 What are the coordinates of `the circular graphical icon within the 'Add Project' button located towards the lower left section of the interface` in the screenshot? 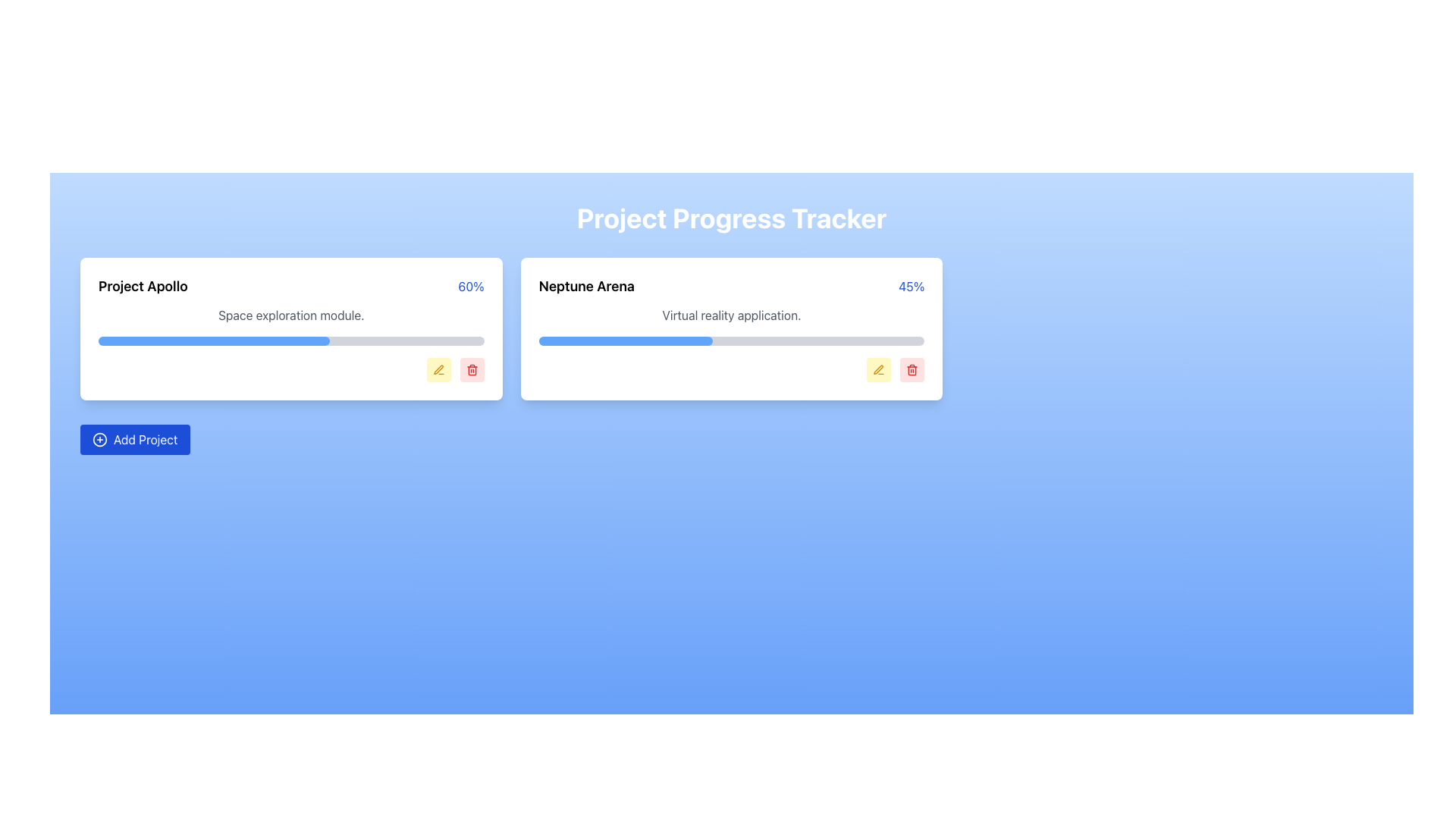 It's located at (99, 439).